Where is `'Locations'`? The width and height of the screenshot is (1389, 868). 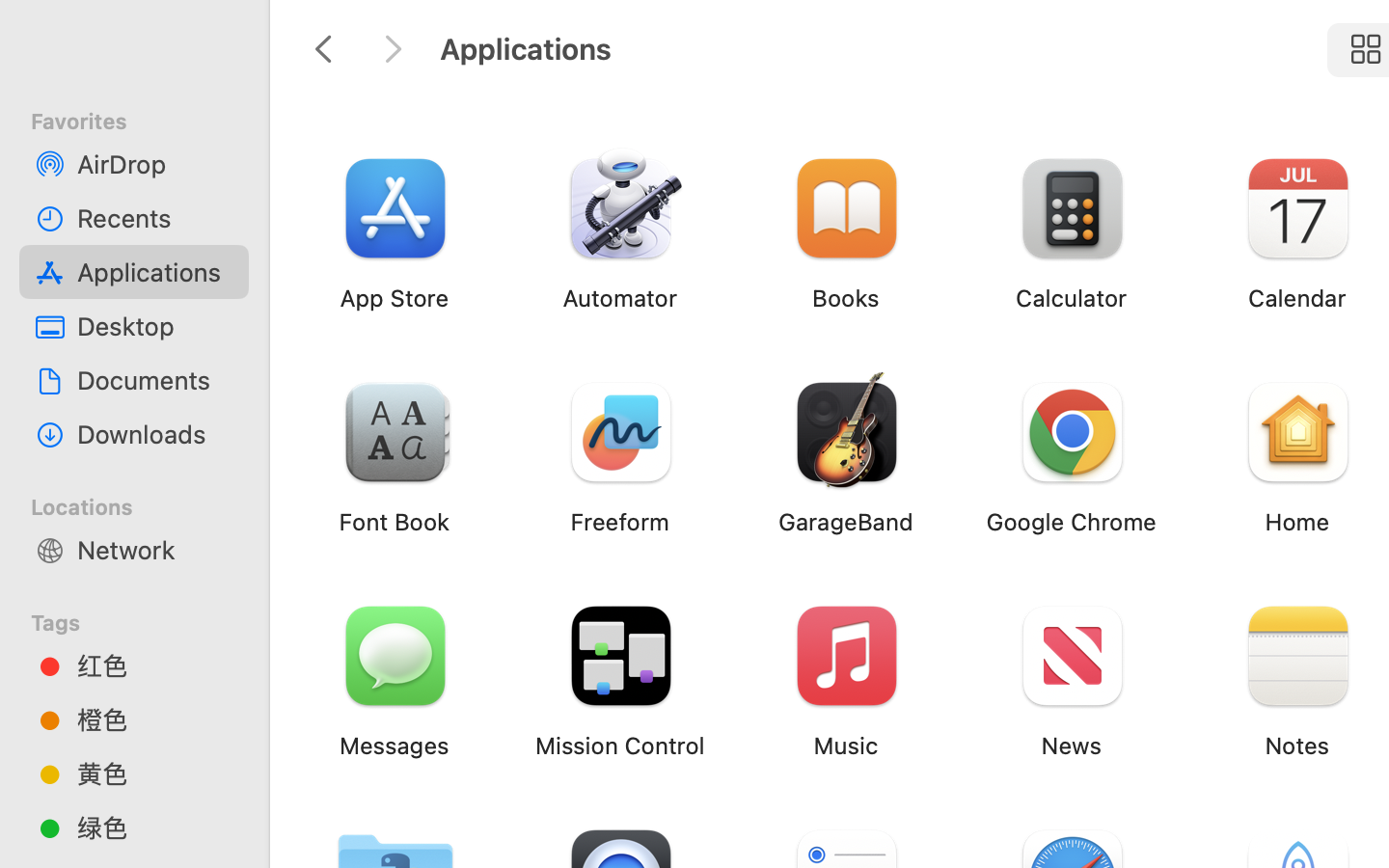
'Locations' is located at coordinates (145, 502).